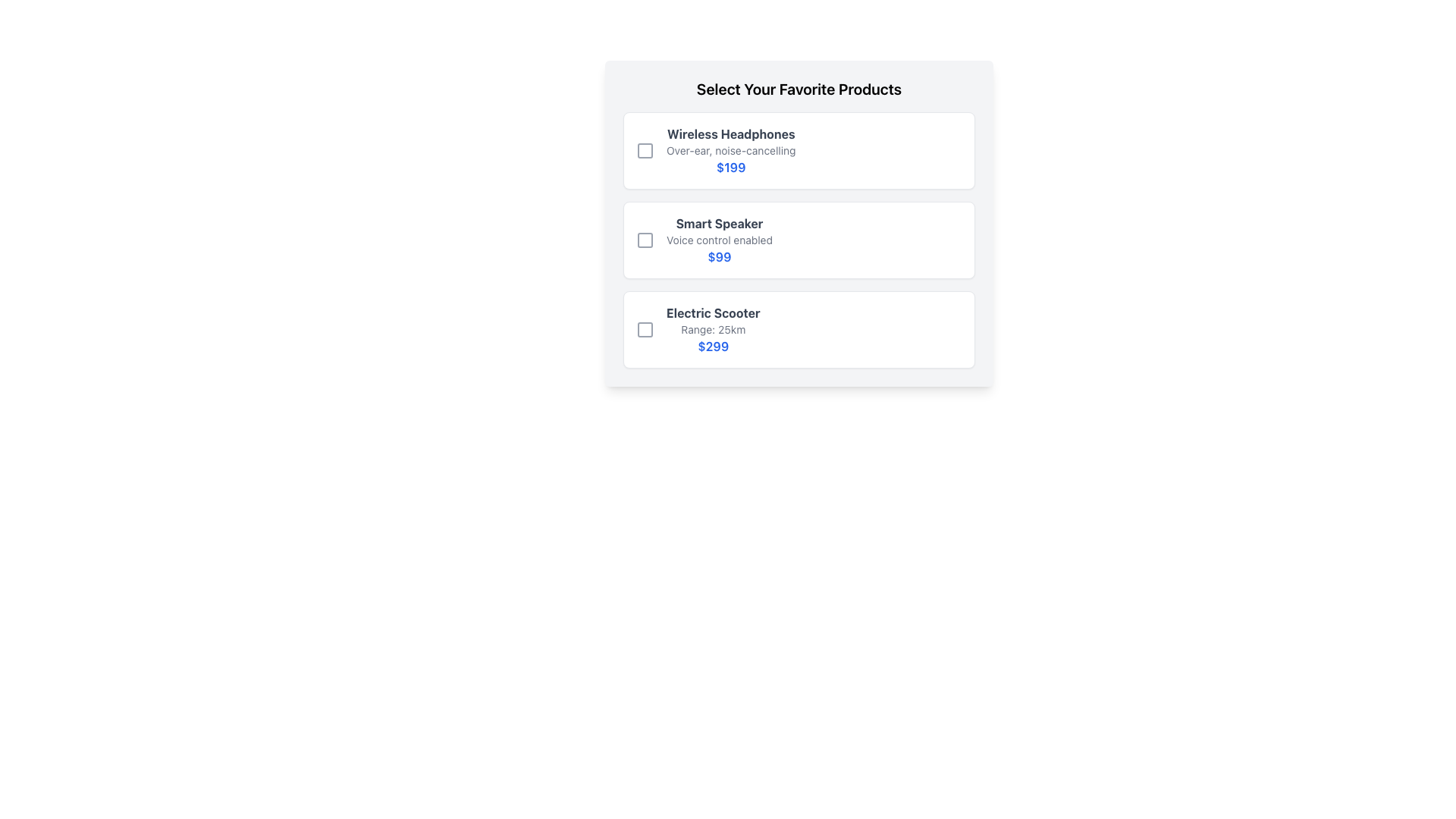 The image size is (1456, 819). I want to click on the descriptive text label for the product 'Smart Speaker', which indicates its voice control capability, positioned below the bold title and above the price in the product options list, so click(719, 239).